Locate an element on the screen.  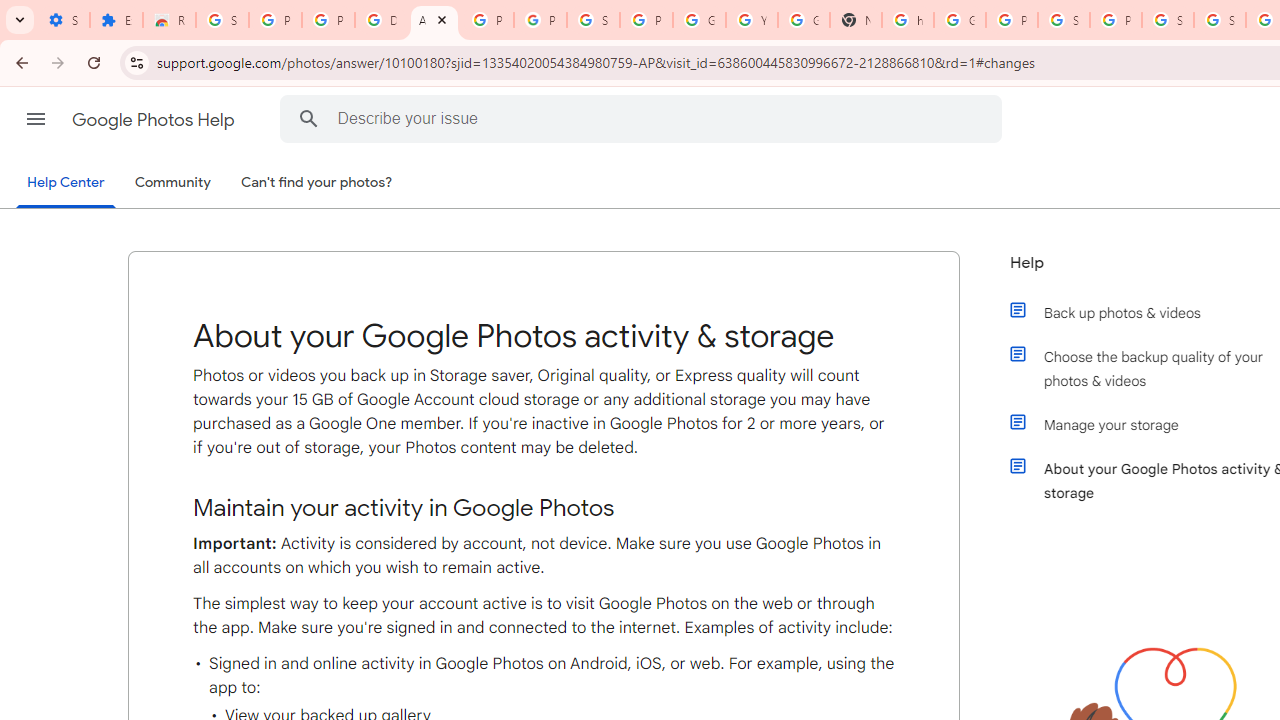
'Settings - On startup' is located at coordinates (63, 20).